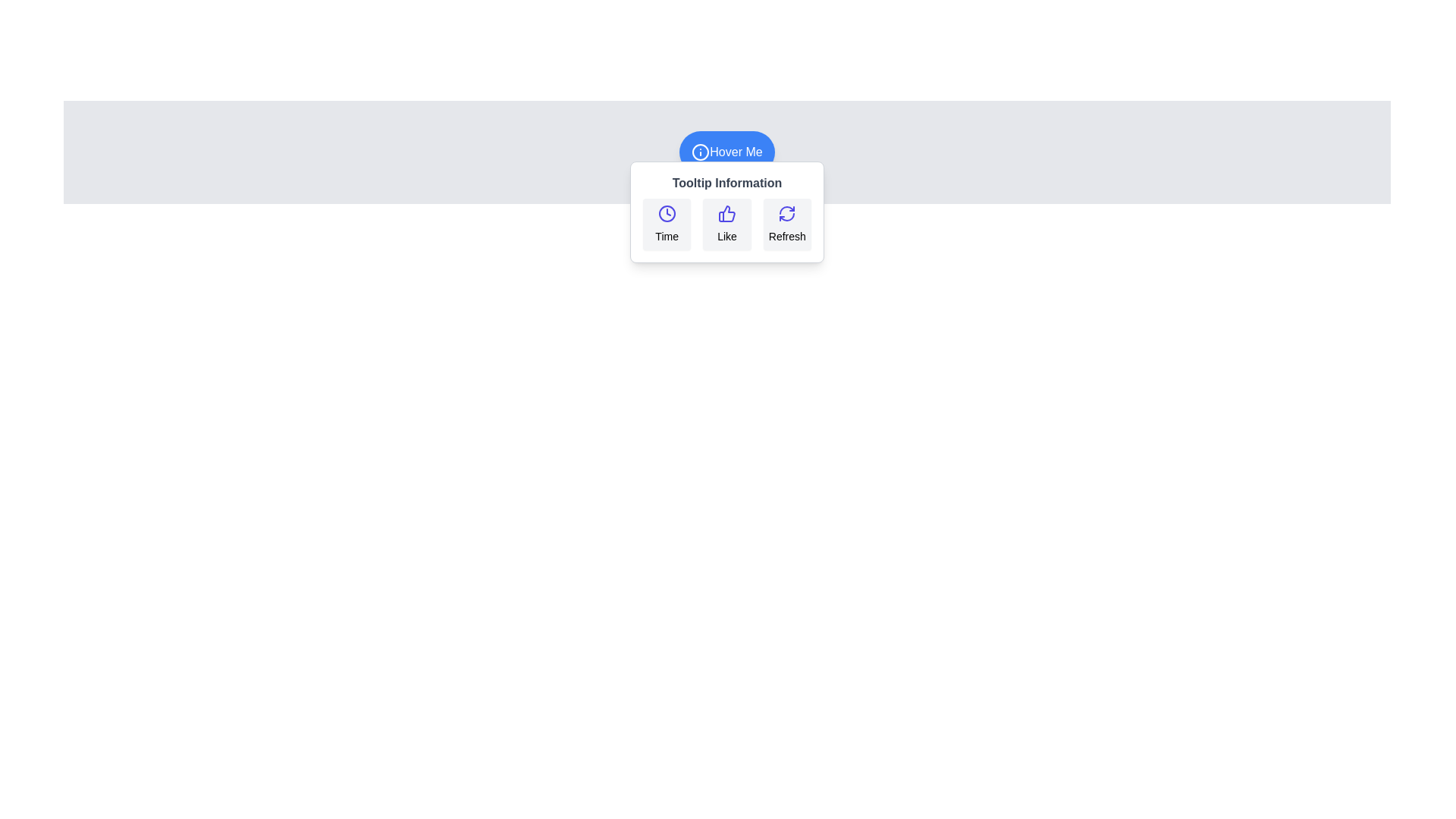  What do you see at coordinates (726, 213) in the screenshot?
I see `the 'Like' icon located in the second column of the three buttons below the 'Tooltip Information' label` at bounding box center [726, 213].